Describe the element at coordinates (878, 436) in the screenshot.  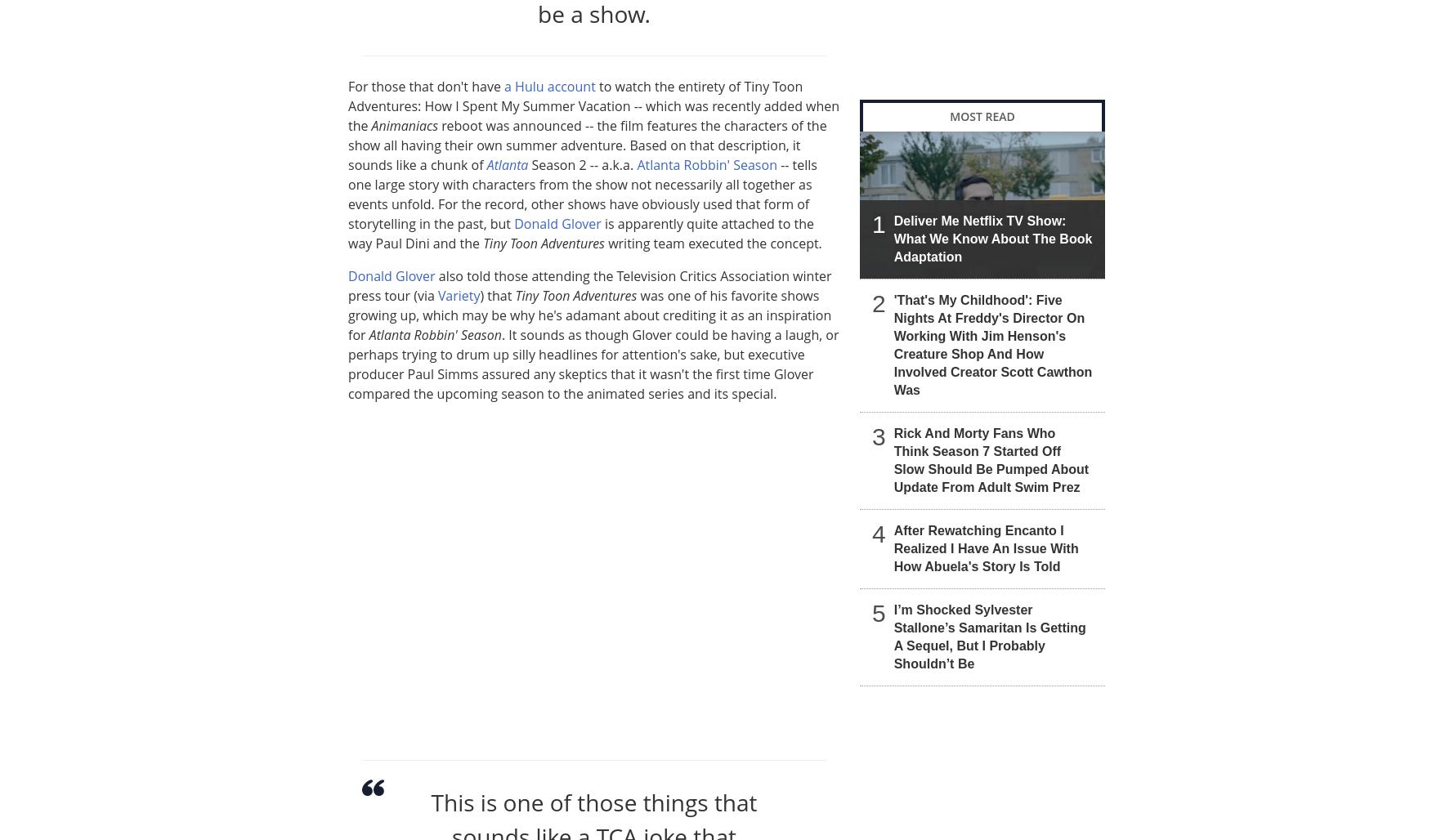
I see `'3'` at that location.